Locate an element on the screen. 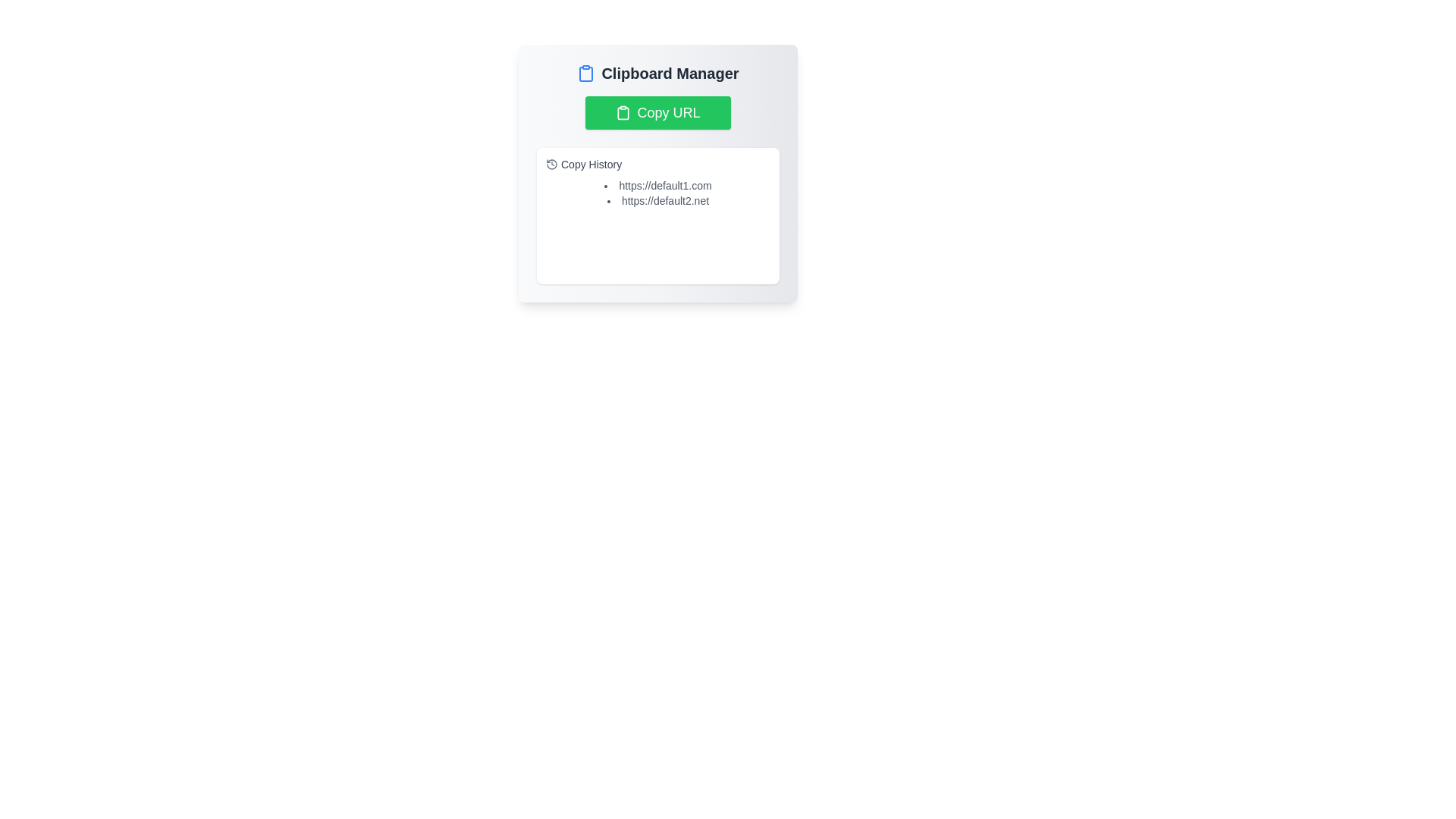  the clipboard icon element located at the top-left corner of the 'Clipboard Manager' card to focus on it is located at coordinates (585, 74).